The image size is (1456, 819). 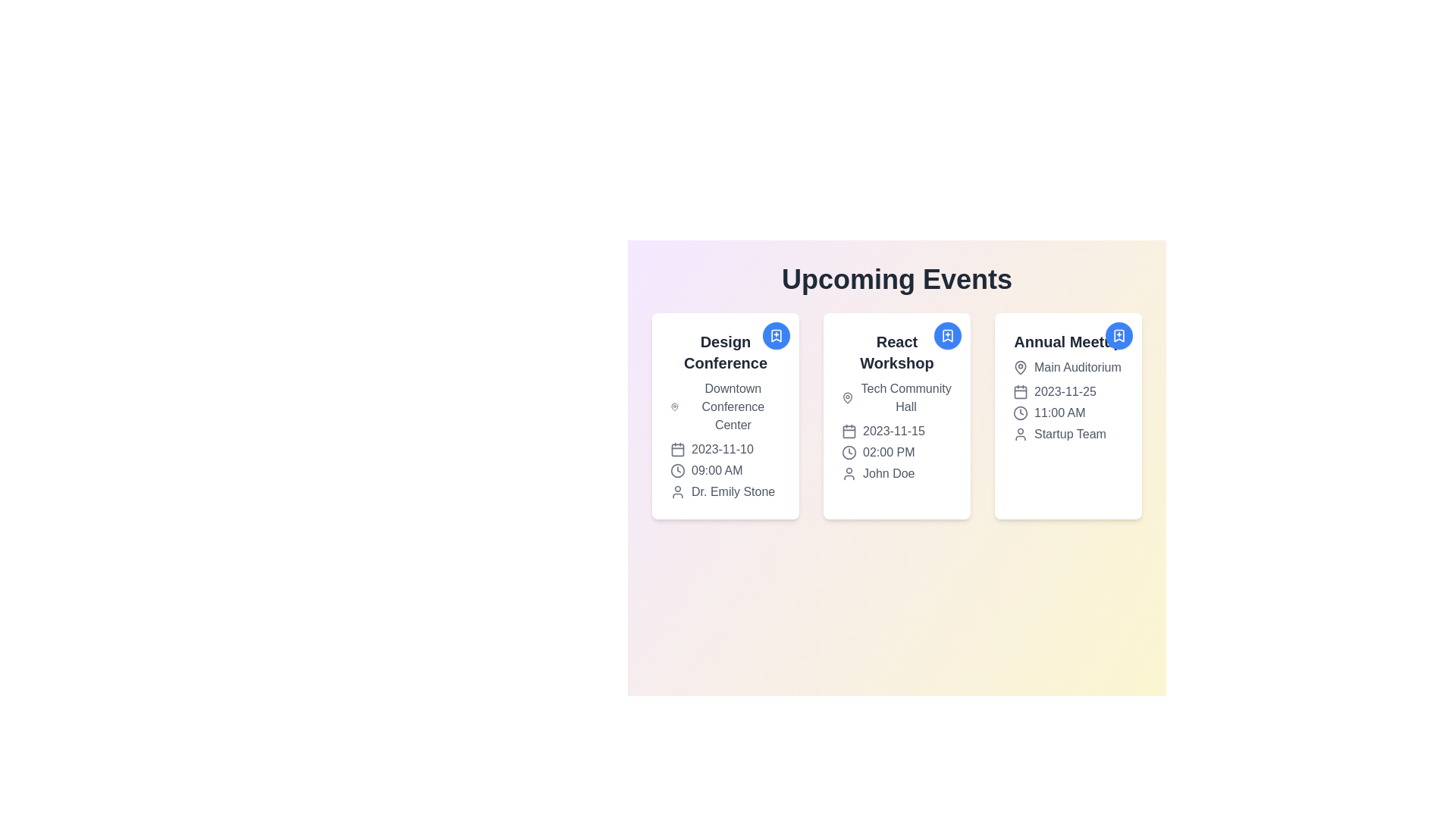 What do you see at coordinates (896, 406) in the screenshot?
I see `the event overview card located centrally in the interface, which provides details about the event including title, venue, date, time, and organizer` at bounding box center [896, 406].